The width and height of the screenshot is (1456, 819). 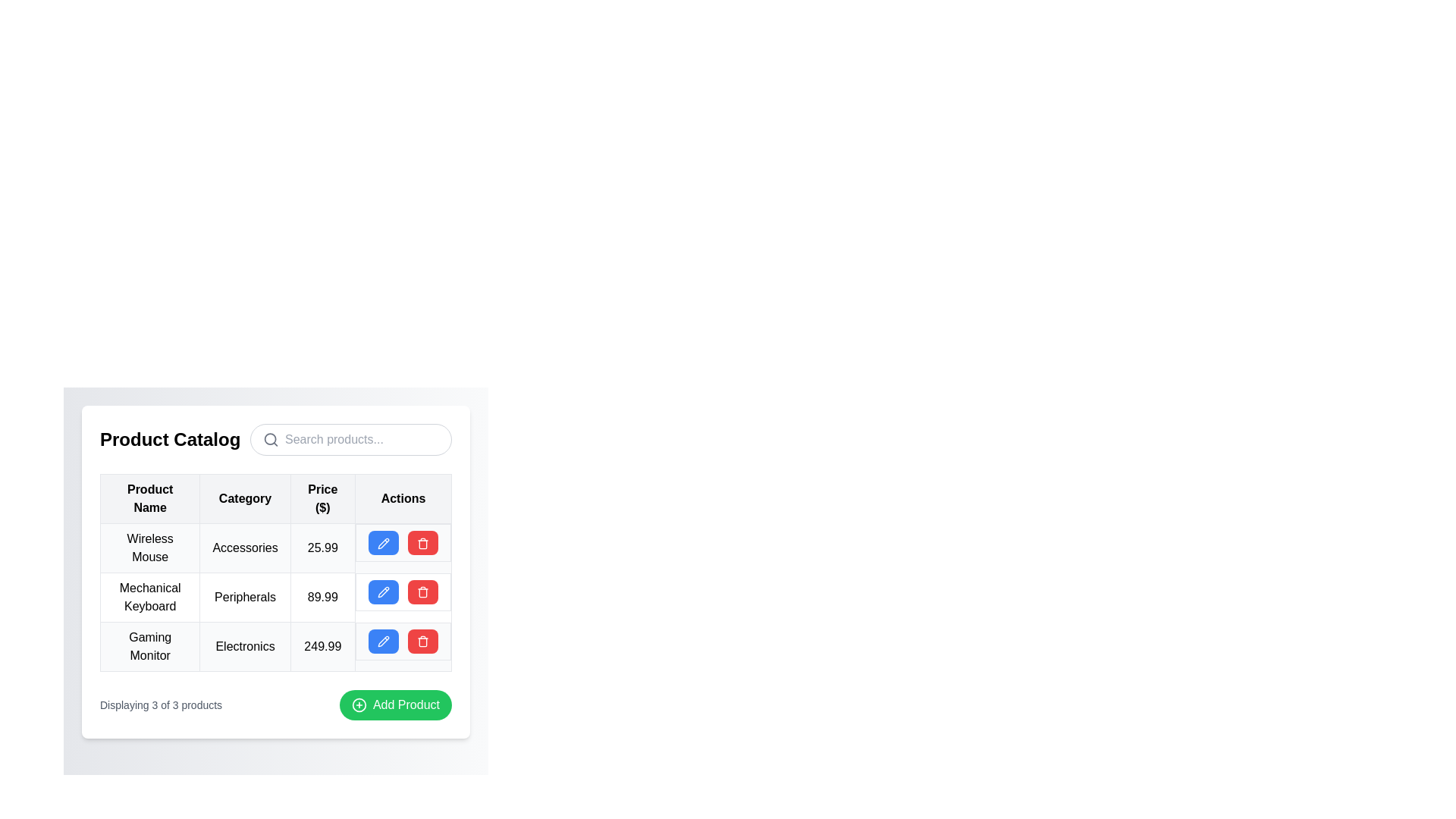 What do you see at coordinates (245, 499) in the screenshot?
I see `the table header cell labeled 'Category', which is the second header in the table header row, positioned between 'Product Name' and 'Price ($)'` at bounding box center [245, 499].